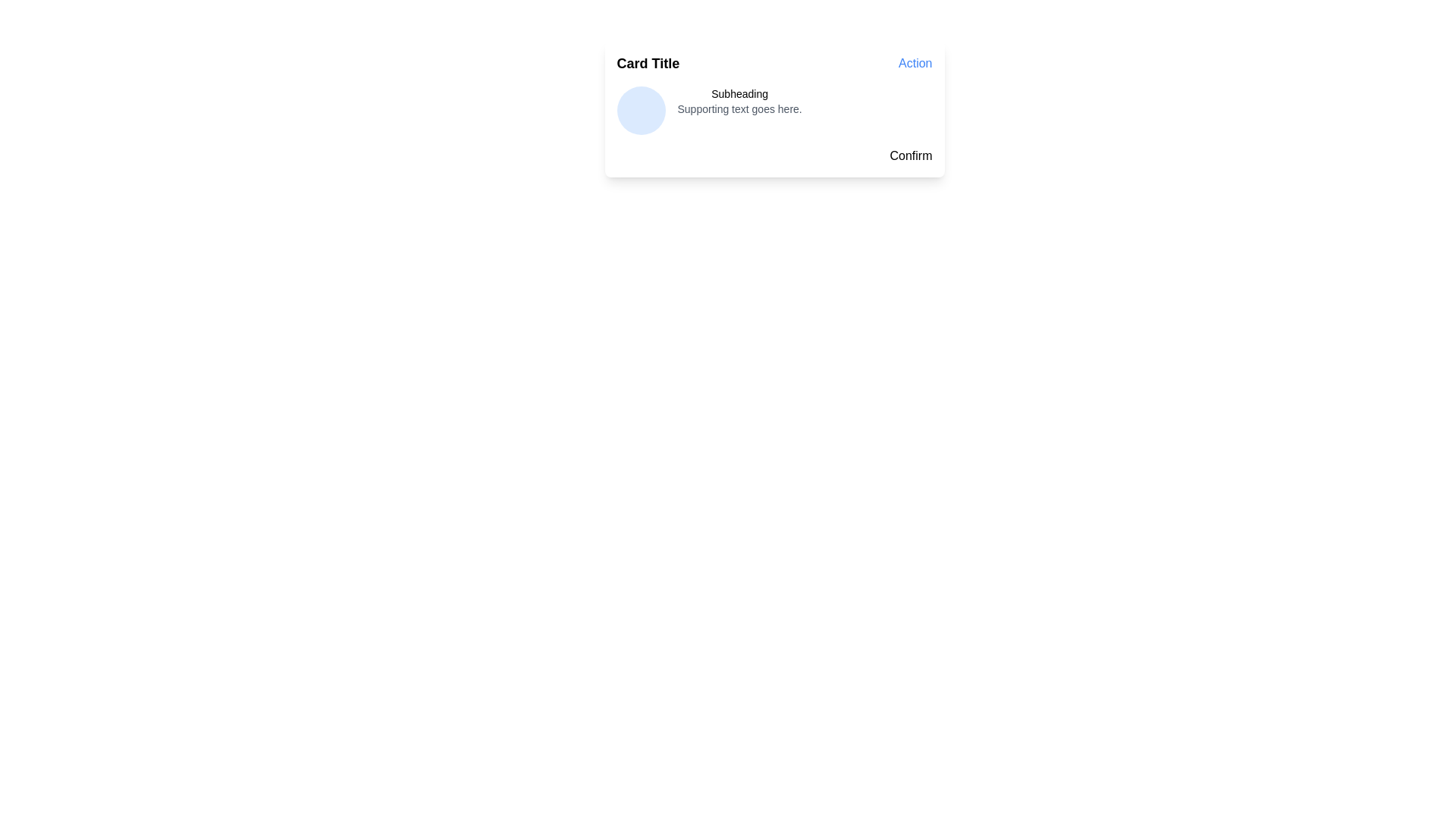 The image size is (1456, 819). I want to click on the Text Block that provides a subheading and context for the card's content, located in the middle-right region next to a circular shape and above the 'Confirm' button, so click(739, 110).